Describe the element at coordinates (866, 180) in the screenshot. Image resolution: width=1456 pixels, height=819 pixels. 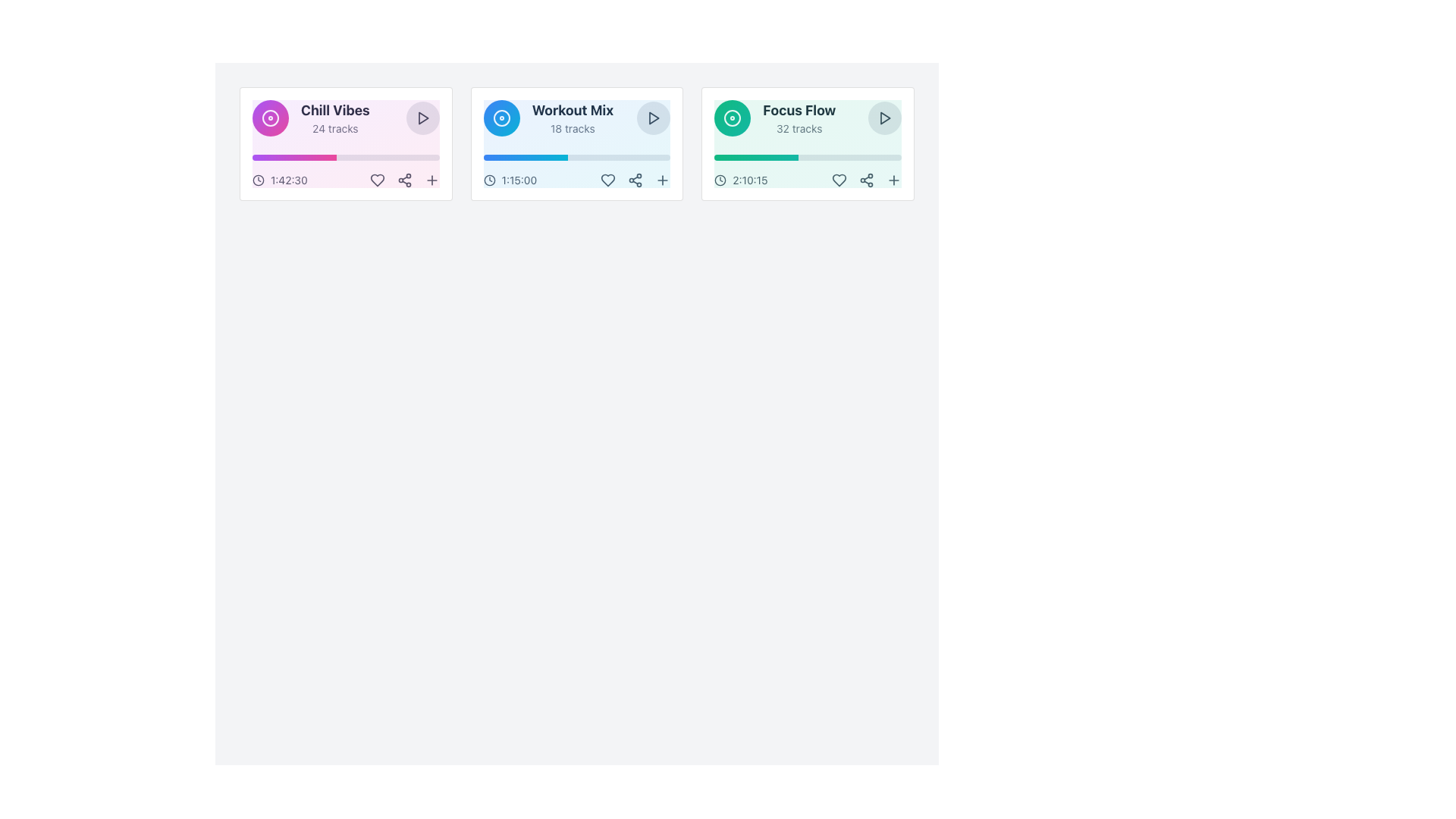
I see `the Interactive icon resembling a network of interconnected nodes, located in the bottom row of the third card from the left` at that location.